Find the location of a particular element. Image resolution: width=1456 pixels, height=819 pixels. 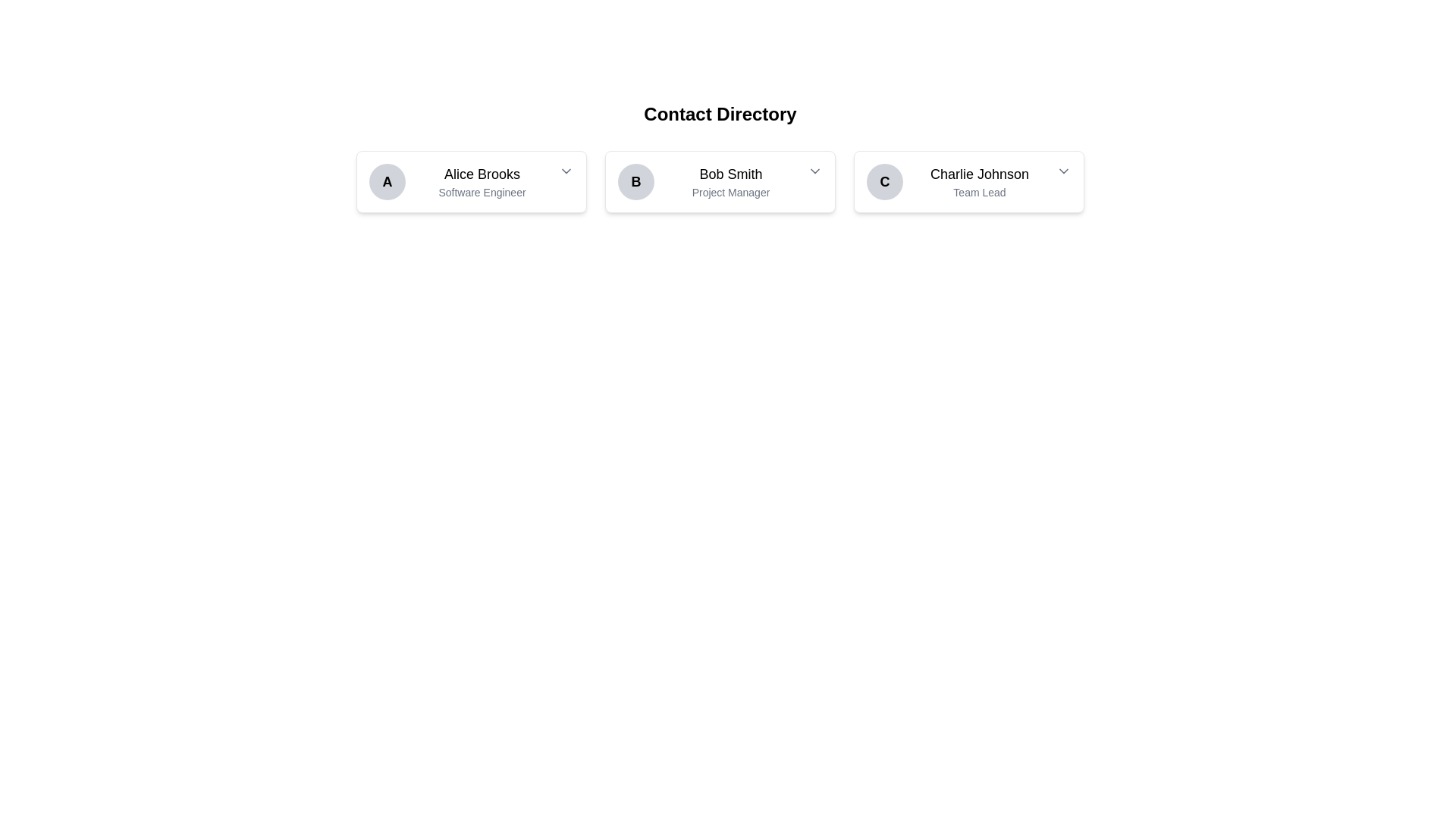

heading text located at the top of the directory section, which provides context for the user profile cards below it is located at coordinates (720, 113).